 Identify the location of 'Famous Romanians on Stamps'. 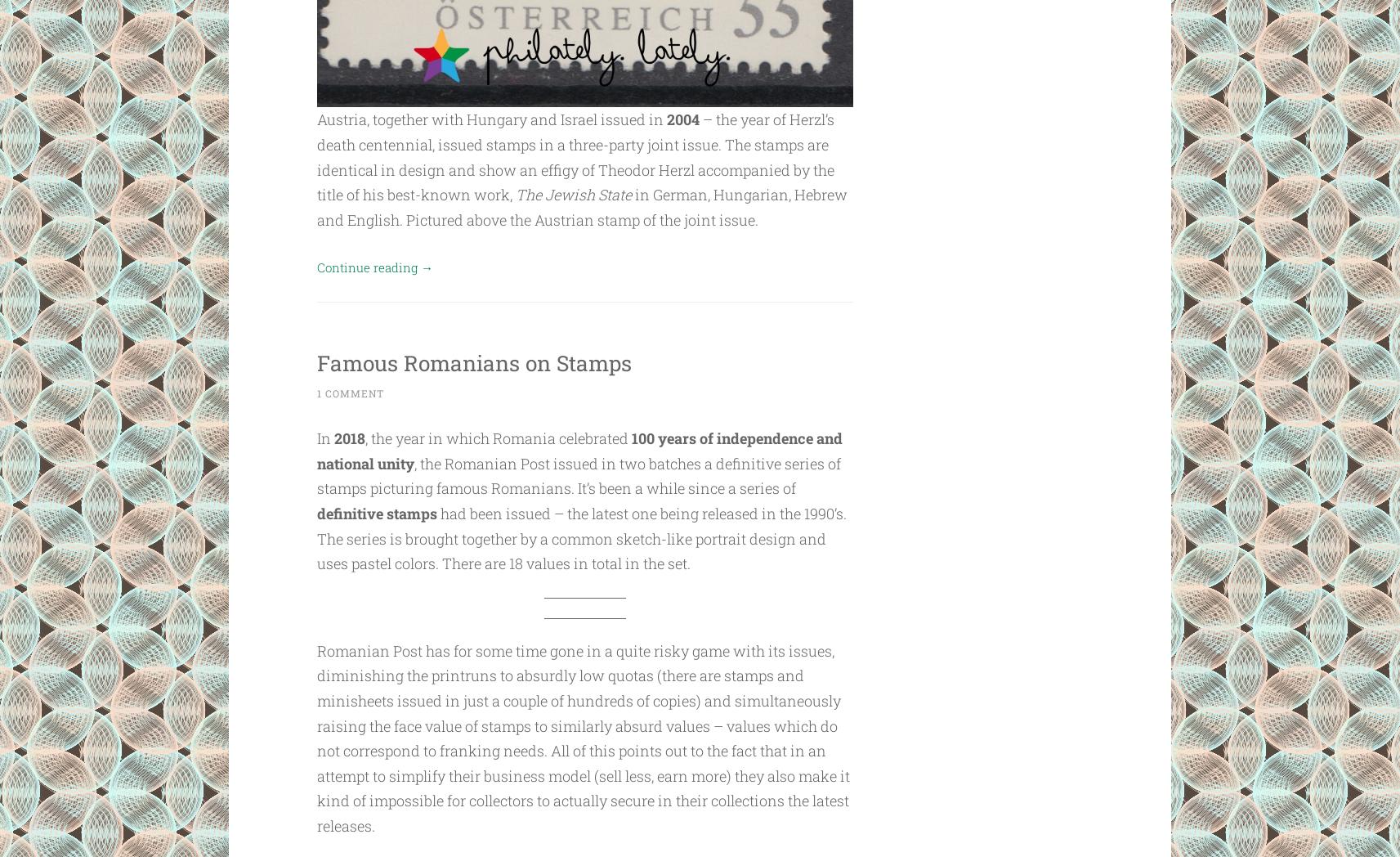
(510, 359).